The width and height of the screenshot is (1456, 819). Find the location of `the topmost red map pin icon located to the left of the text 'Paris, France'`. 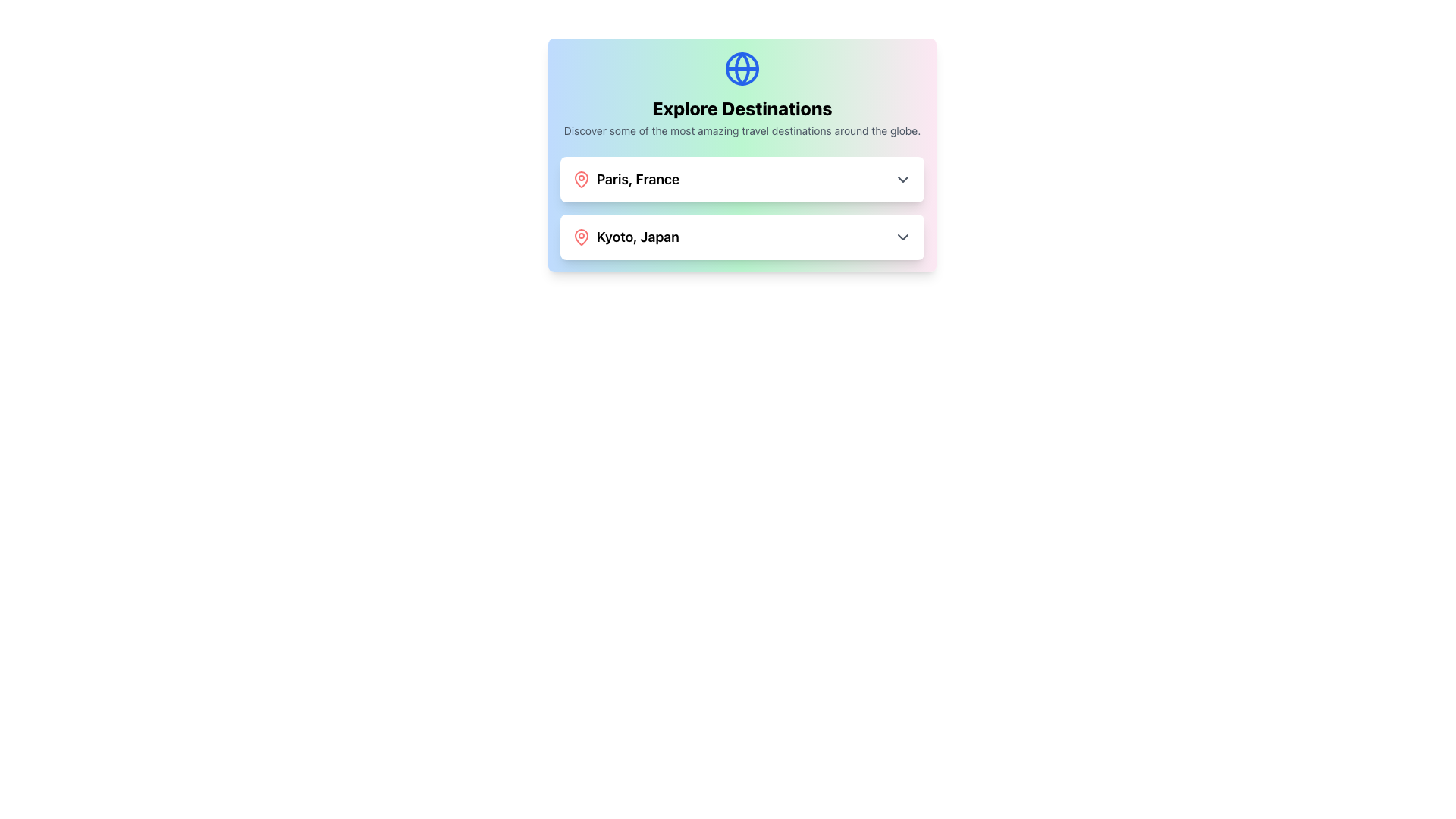

the topmost red map pin icon located to the left of the text 'Paris, France' is located at coordinates (581, 177).